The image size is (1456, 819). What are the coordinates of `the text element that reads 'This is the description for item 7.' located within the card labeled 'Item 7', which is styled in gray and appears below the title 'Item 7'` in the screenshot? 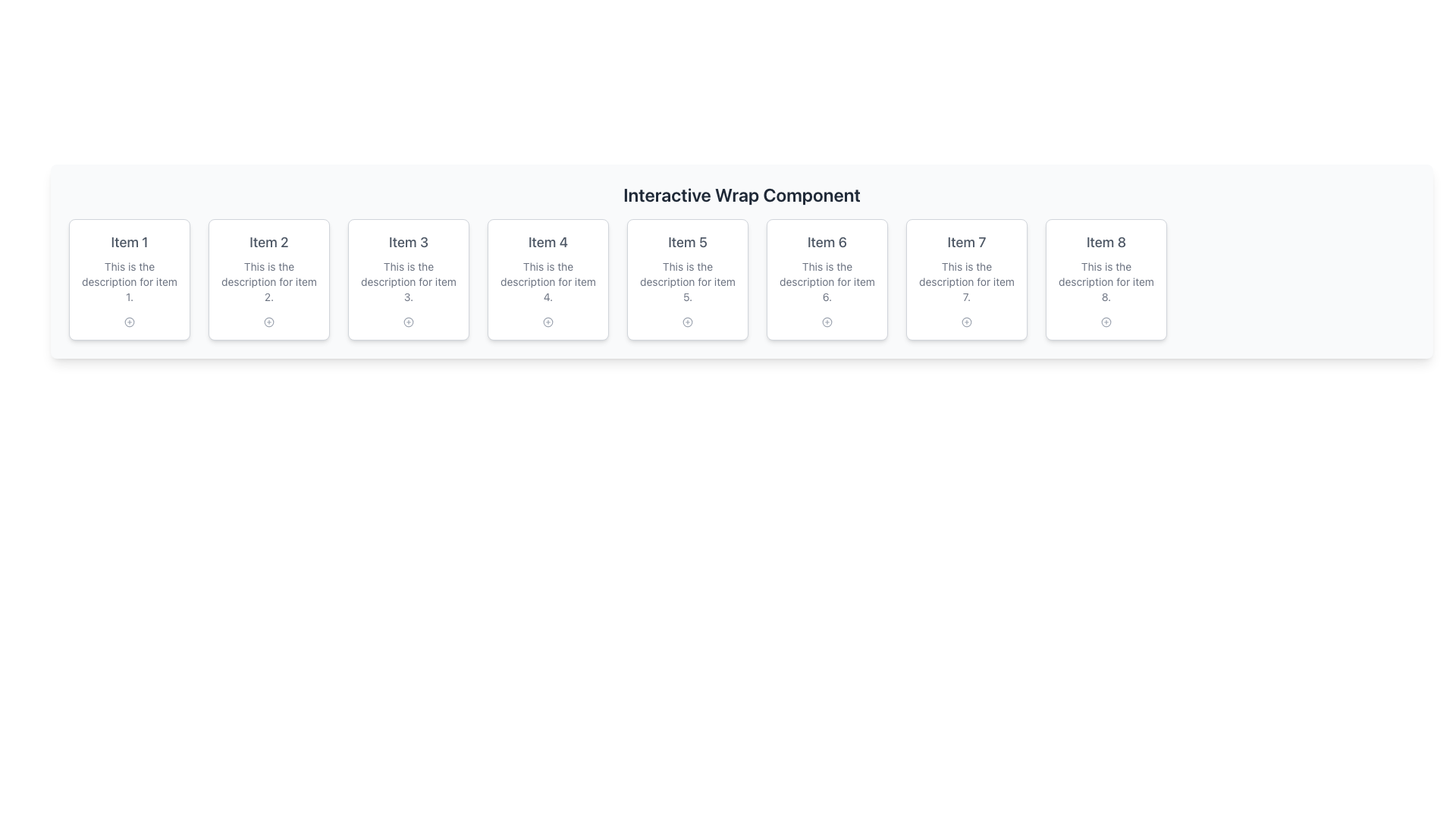 It's located at (966, 281).